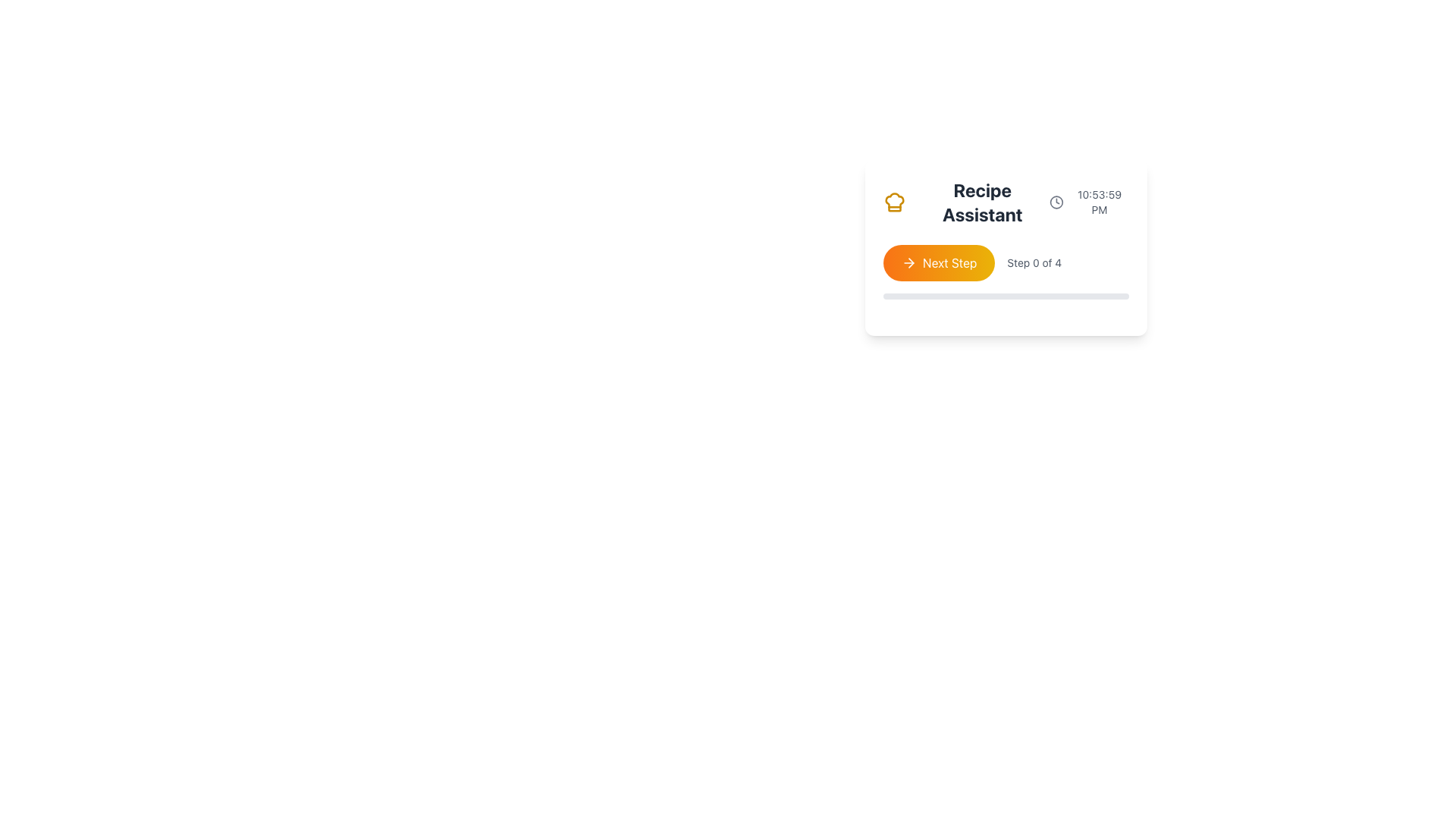 The height and width of the screenshot is (819, 1456). What do you see at coordinates (938, 262) in the screenshot?
I see `the 'Next Step' button, which has a gradient background from orange to yellow and features white text with an arrow icon pointing to the right, to activate its hover effects` at bounding box center [938, 262].